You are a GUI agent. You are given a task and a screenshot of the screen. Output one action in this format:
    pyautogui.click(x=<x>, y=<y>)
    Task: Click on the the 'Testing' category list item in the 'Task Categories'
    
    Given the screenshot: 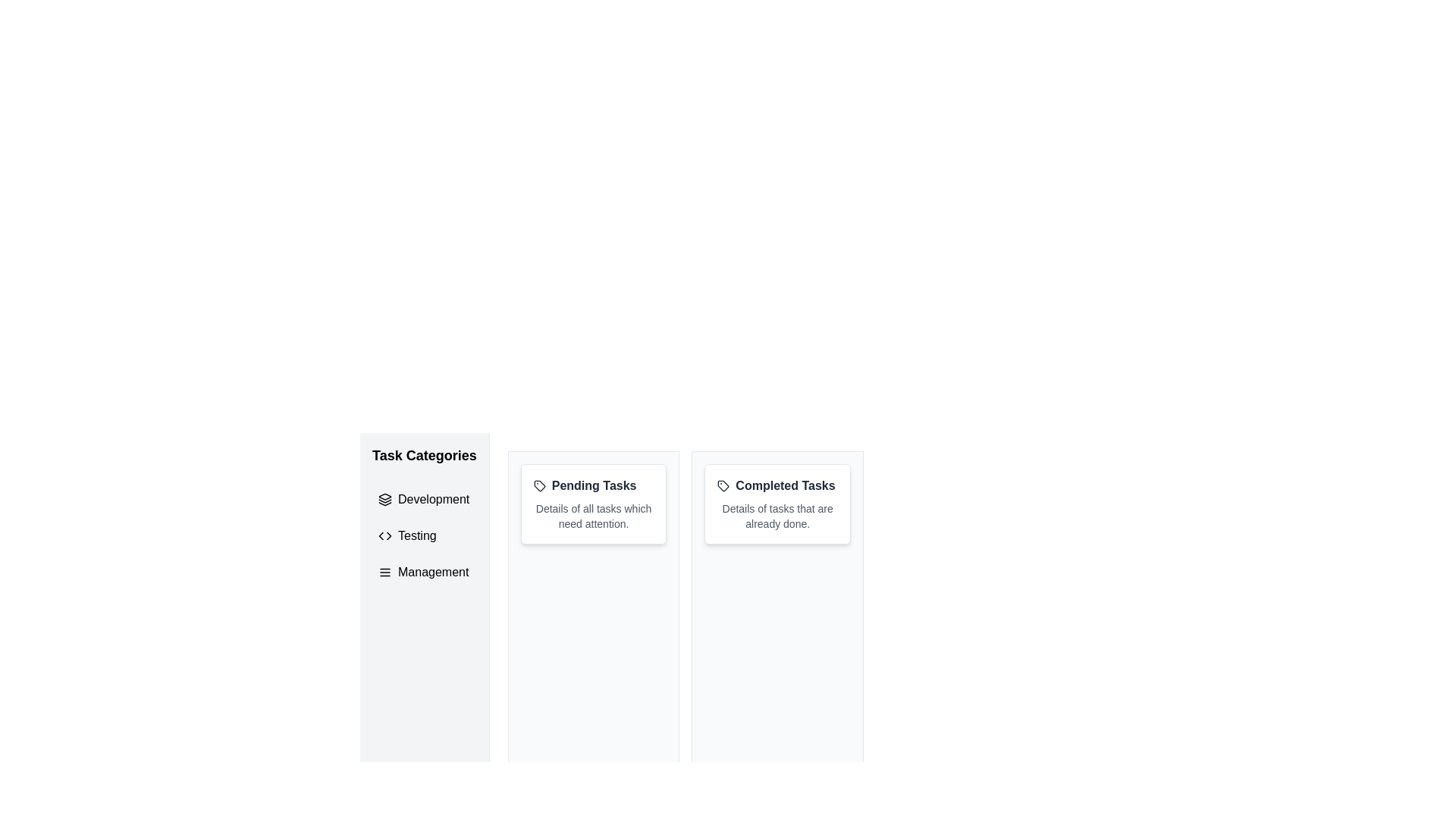 What is the action you would take?
    pyautogui.click(x=424, y=535)
    